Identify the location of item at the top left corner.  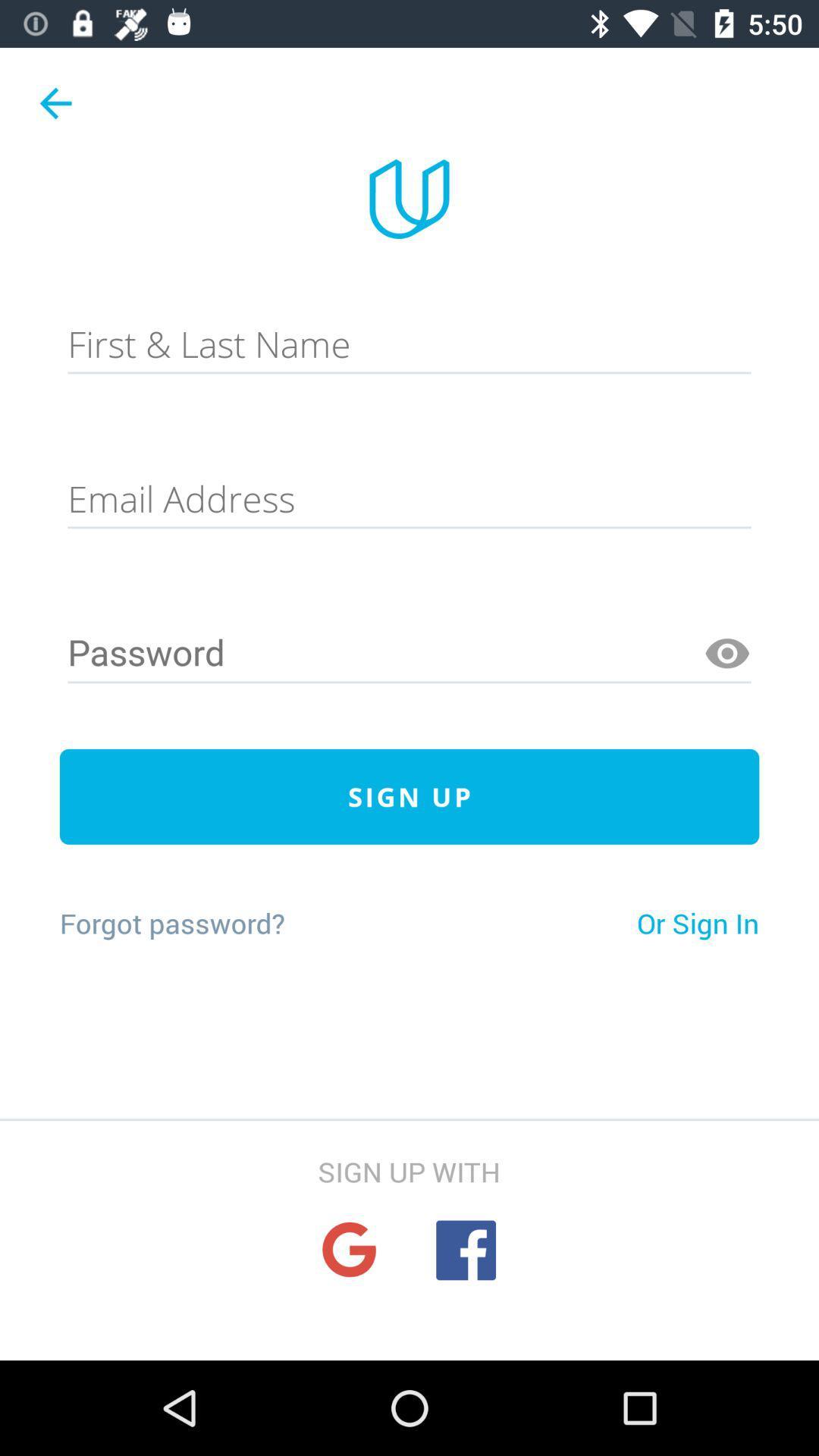
(55, 102).